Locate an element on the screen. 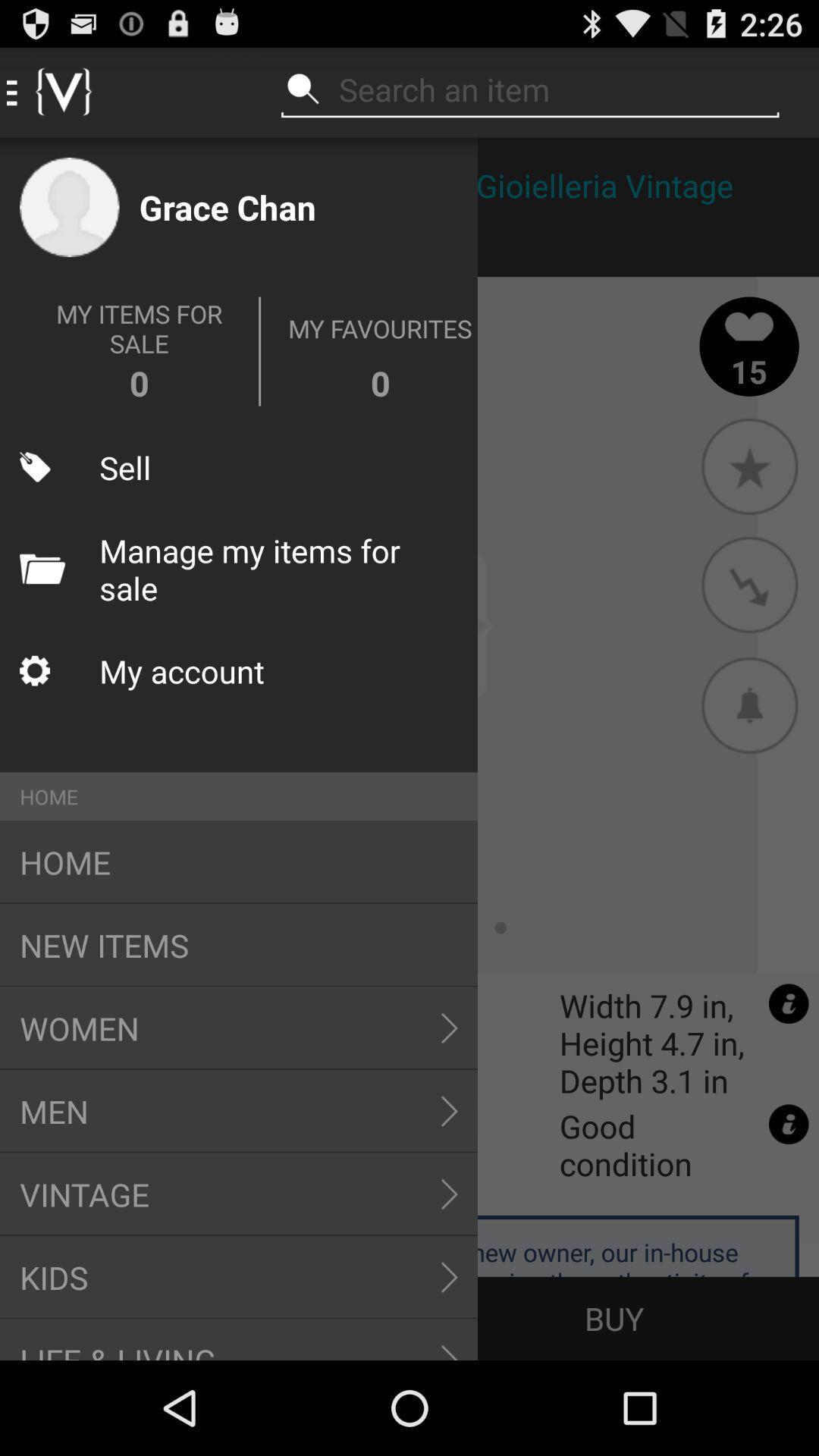  the profile icon is located at coordinates (70, 206).